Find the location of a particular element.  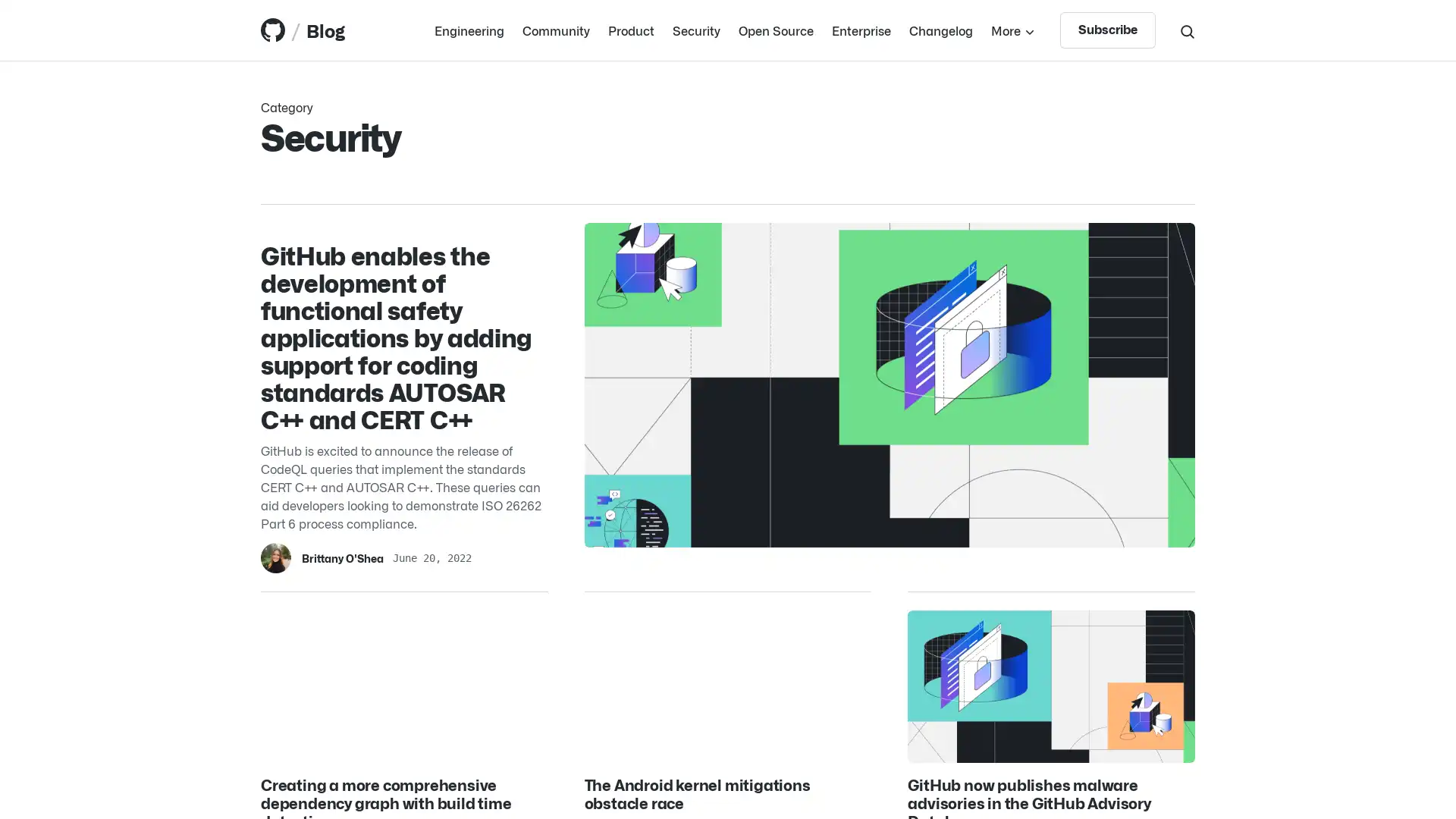

More is located at coordinates (1013, 29).